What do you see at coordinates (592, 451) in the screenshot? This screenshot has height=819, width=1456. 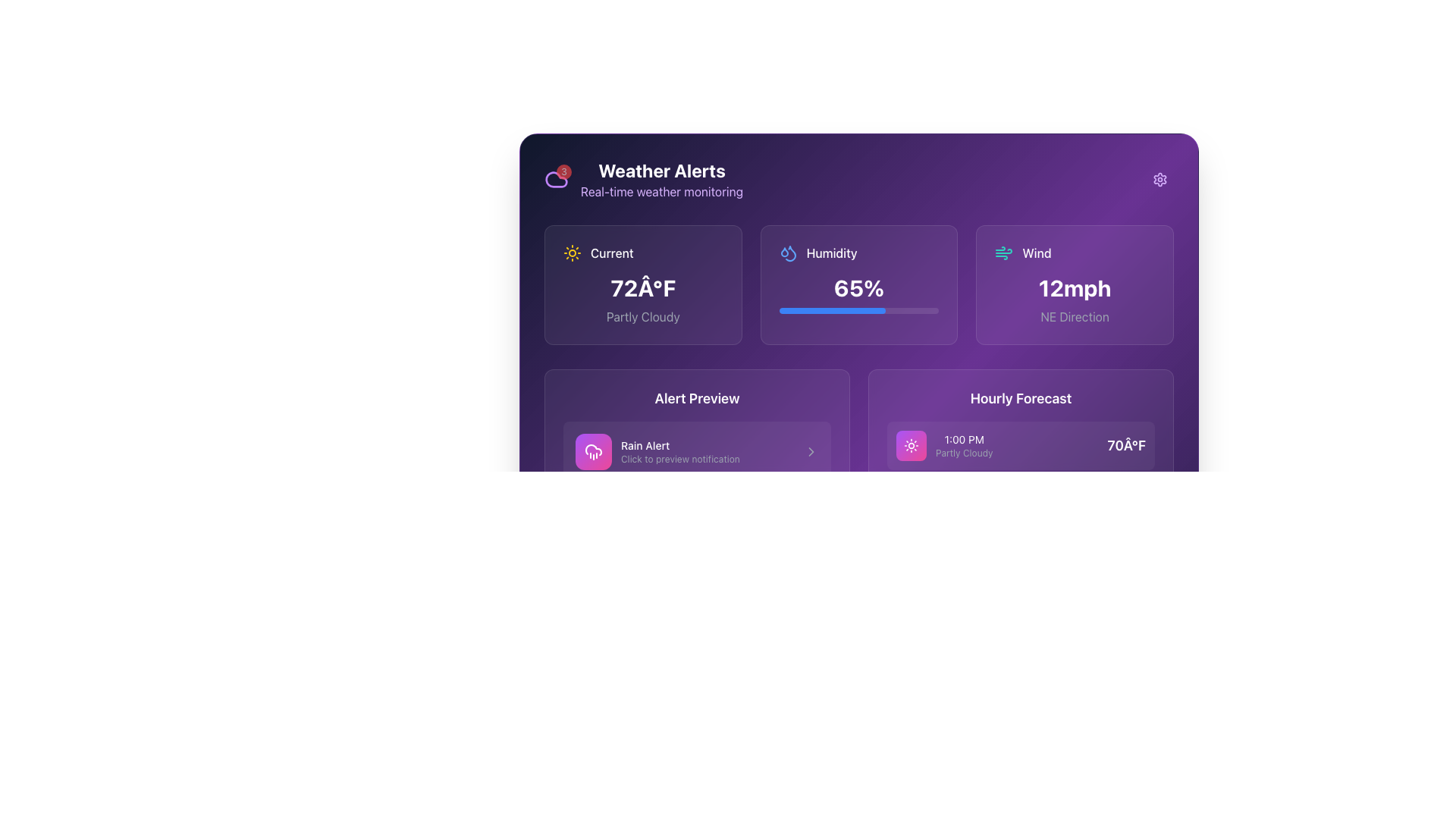 I see `the square-shaped icon button with a gradient background transitioning from purple to pink, featuring a white cloud with rain icon, located in the 'Alert Preview' section` at bounding box center [592, 451].